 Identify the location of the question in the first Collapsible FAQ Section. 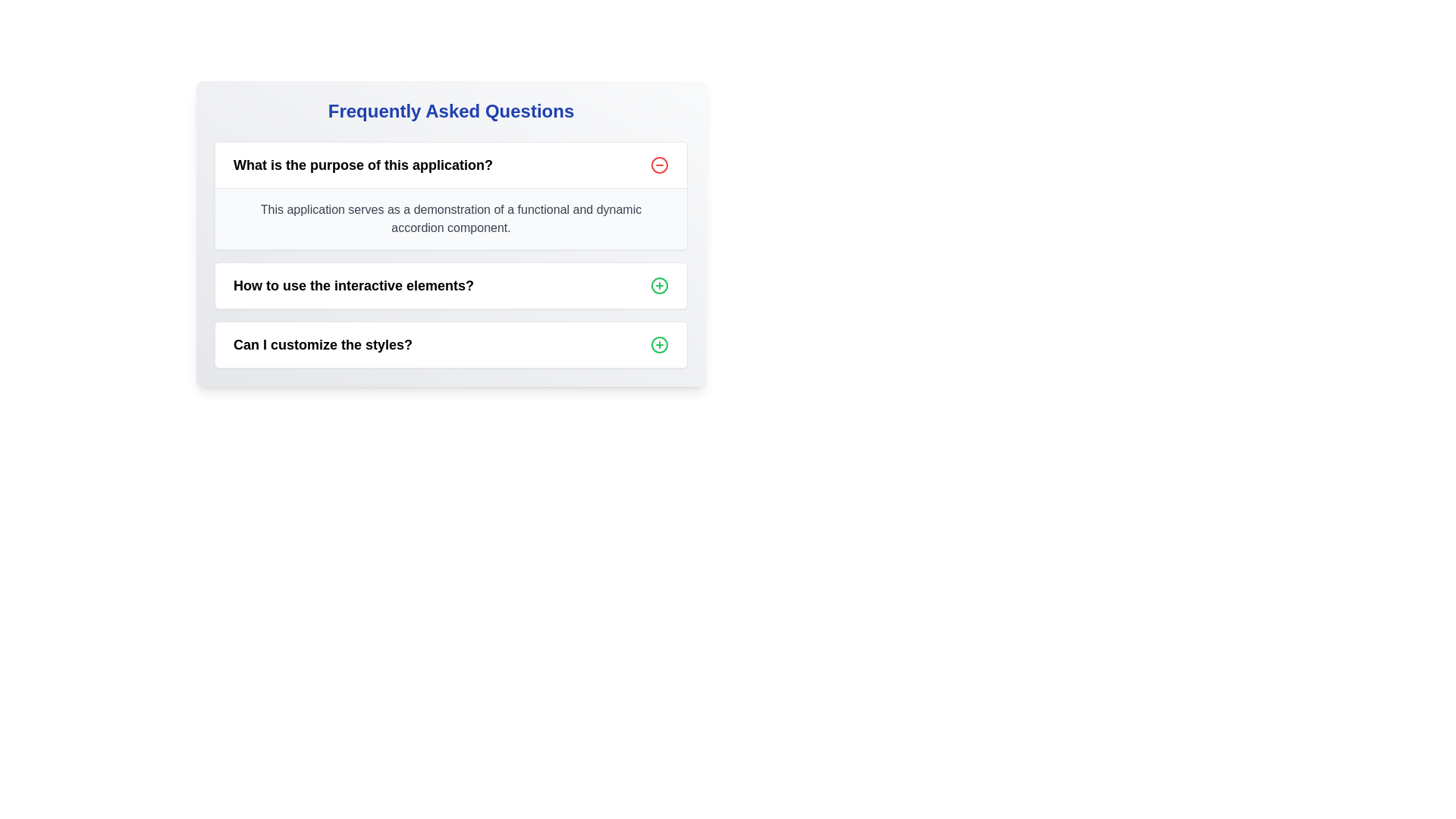
(450, 253).